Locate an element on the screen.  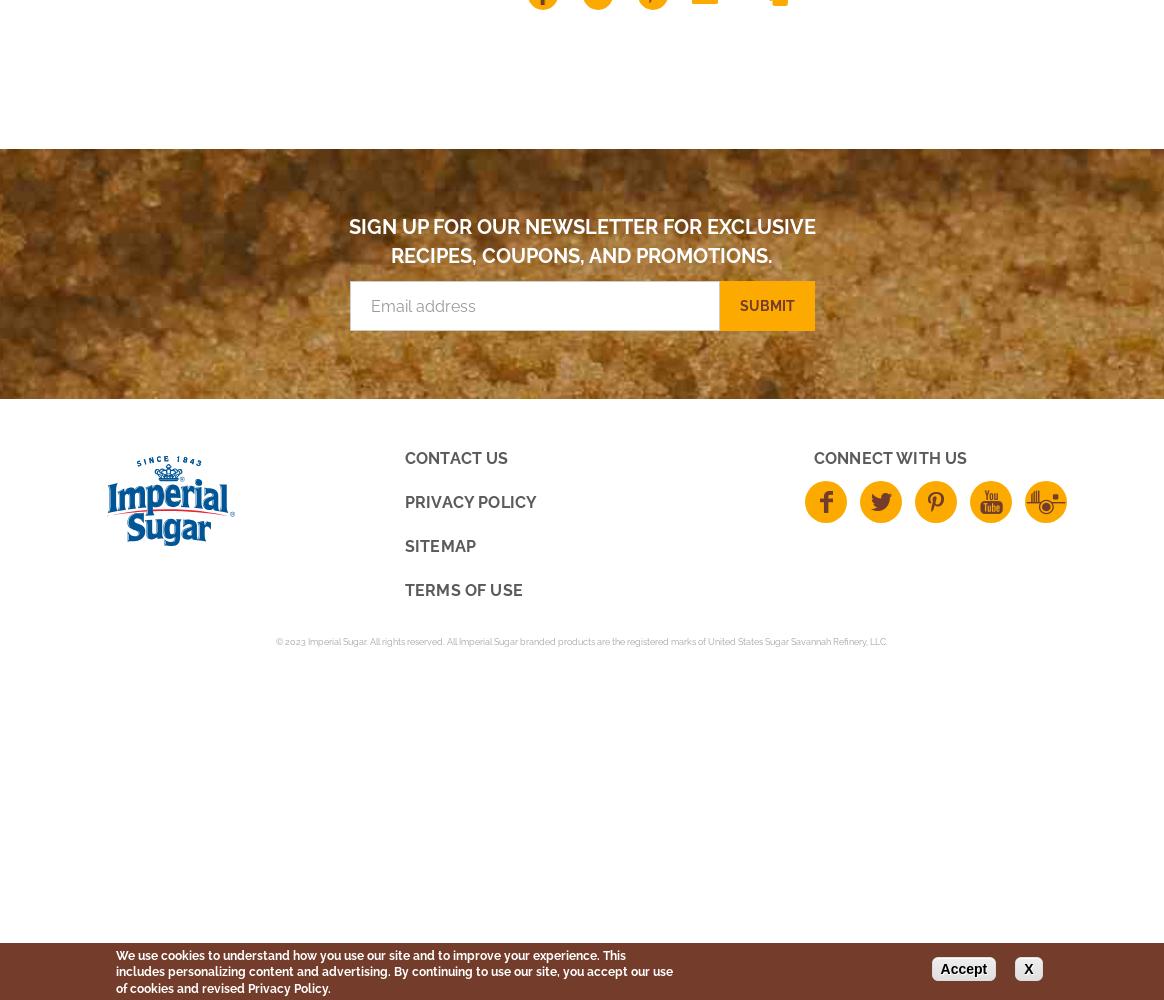
'Sitemap' is located at coordinates (439, 546).